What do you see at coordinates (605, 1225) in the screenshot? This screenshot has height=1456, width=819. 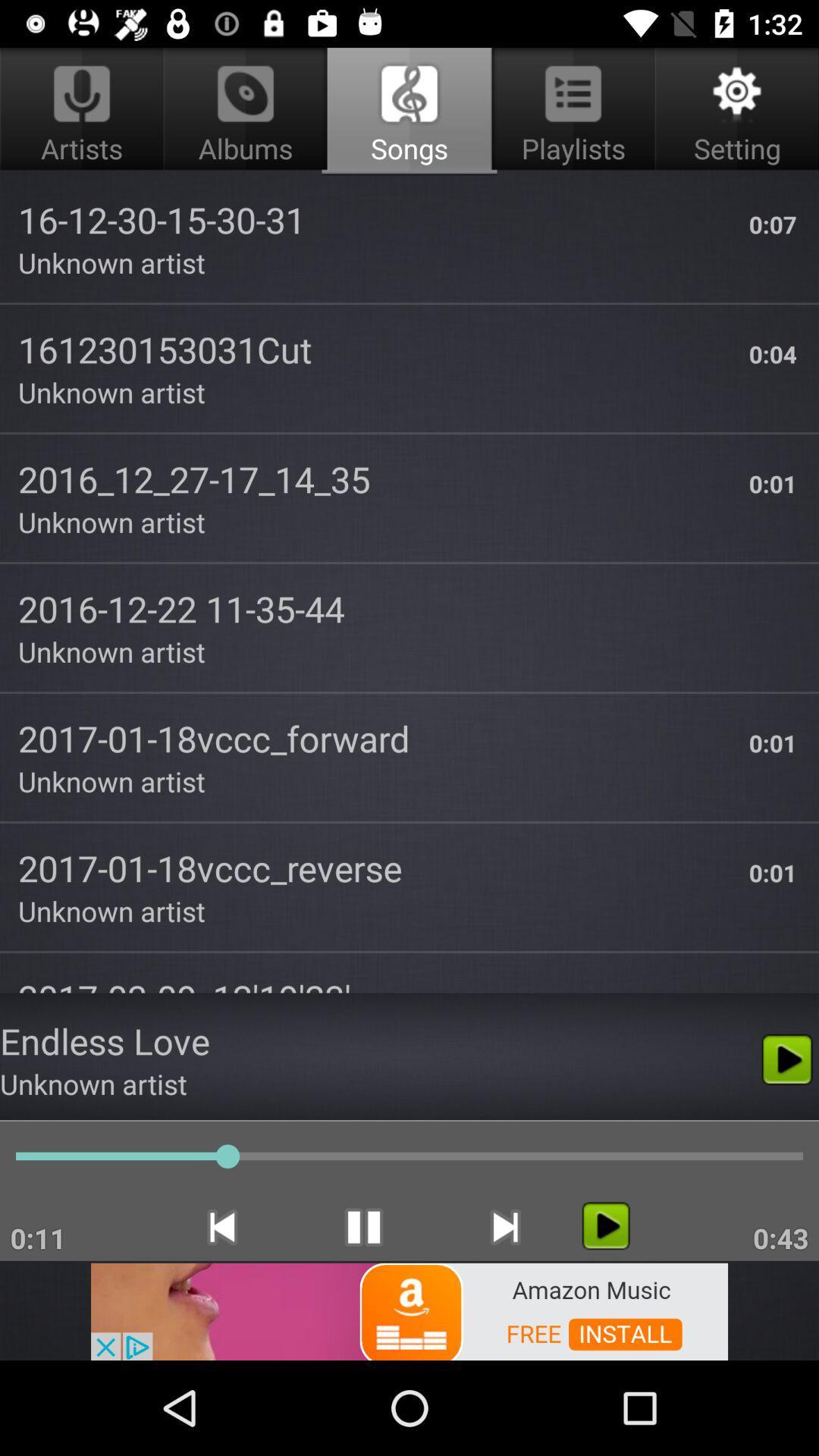 I see `the play icon` at bounding box center [605, 1225].